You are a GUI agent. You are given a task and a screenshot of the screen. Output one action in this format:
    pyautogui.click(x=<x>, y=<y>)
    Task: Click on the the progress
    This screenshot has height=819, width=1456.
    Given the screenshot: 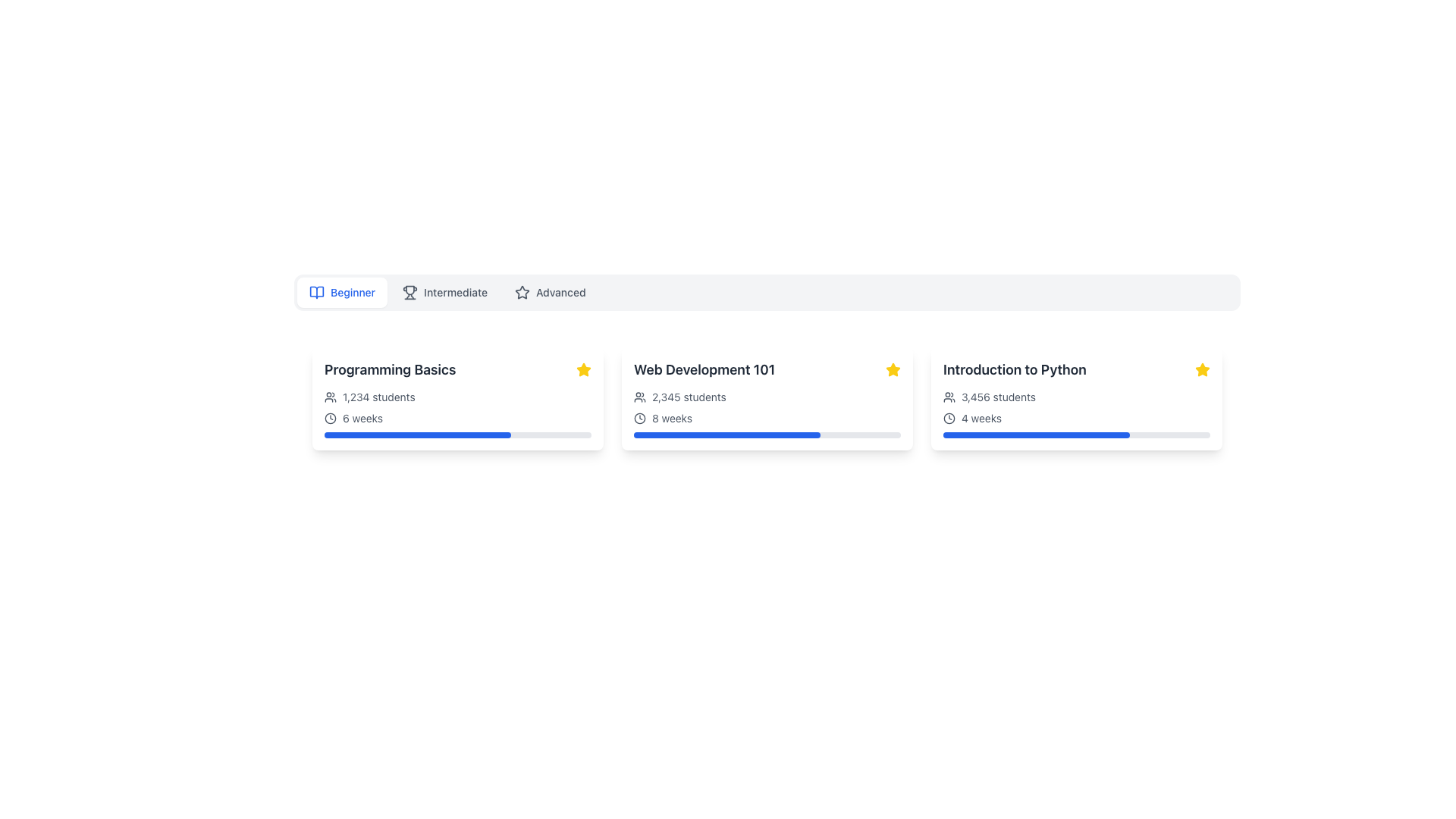 What is the action you would take?
    pyautogui.click(x=492, y=435)
    